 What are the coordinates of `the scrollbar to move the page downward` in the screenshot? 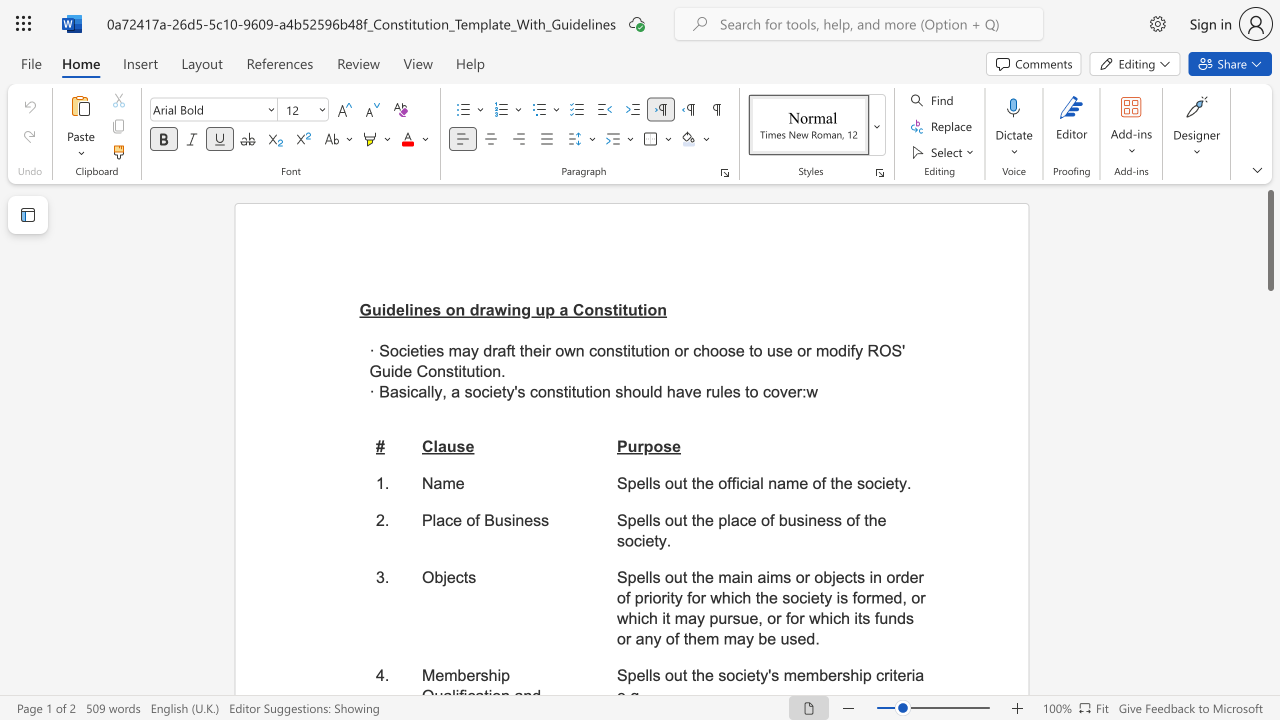 It's located at (1269, 310).